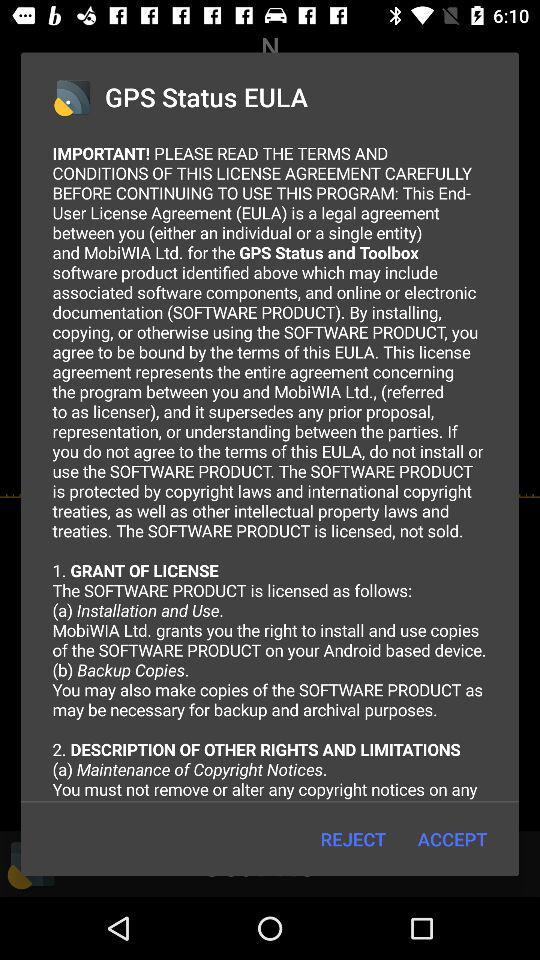 This screenshot has height=960, width=540. I want to click on item next to reject item, so click(452, 839).